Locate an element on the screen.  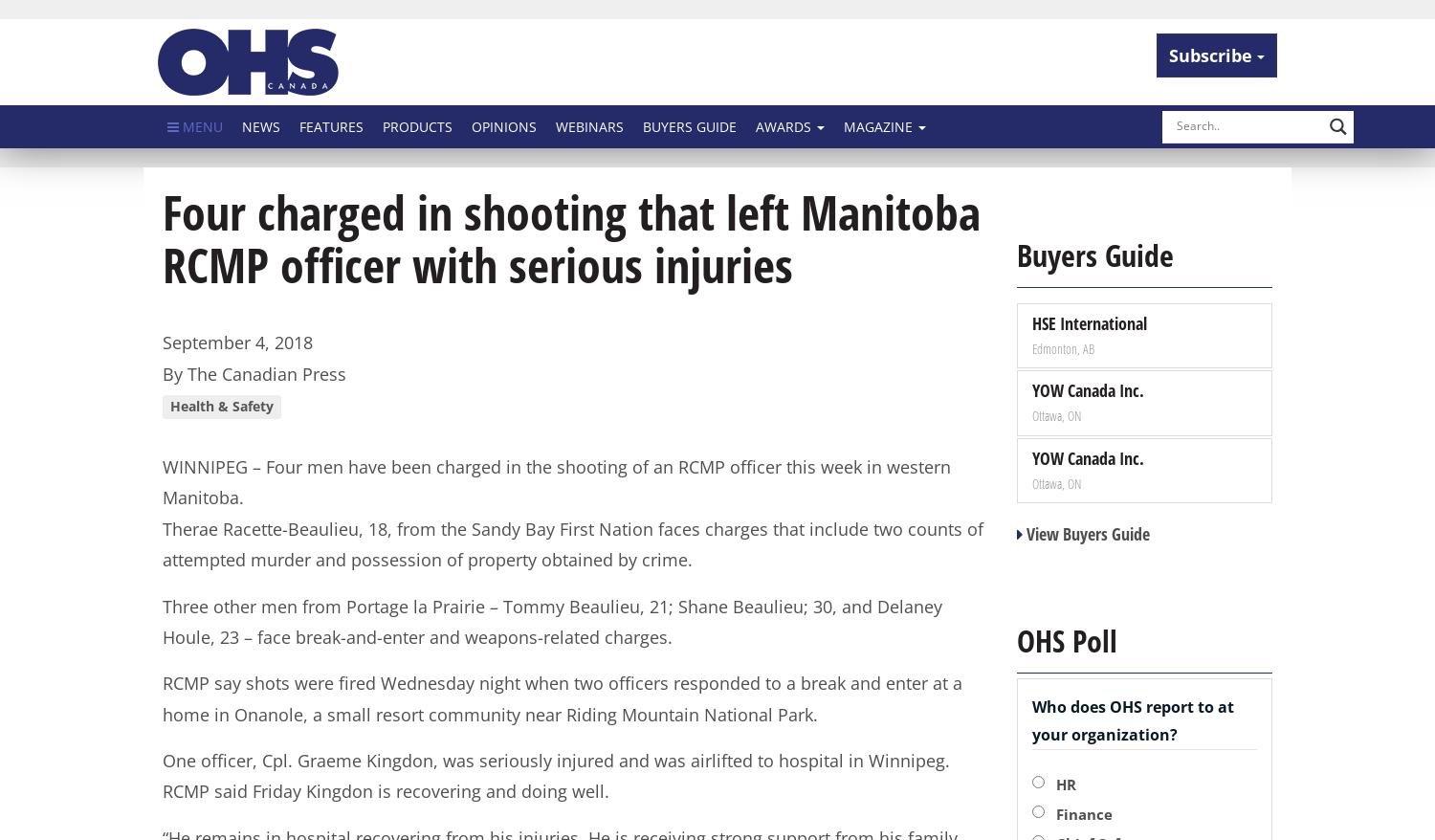
'Subscribe' is located at coordinates (1210, 55).